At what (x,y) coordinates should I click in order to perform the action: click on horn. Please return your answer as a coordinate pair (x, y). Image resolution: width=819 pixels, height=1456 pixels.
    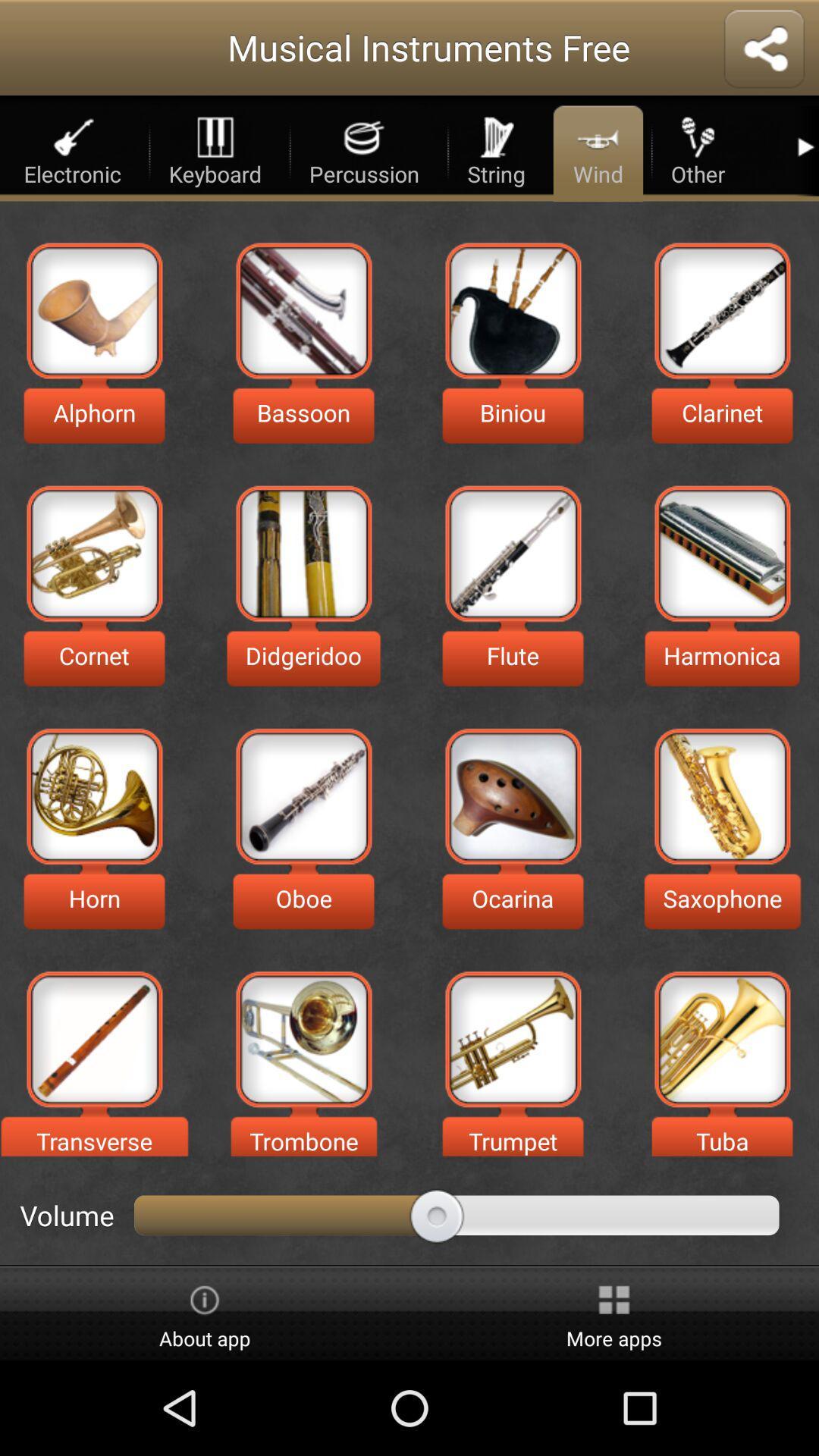
    Looking at the image, I should click on (94, 795).